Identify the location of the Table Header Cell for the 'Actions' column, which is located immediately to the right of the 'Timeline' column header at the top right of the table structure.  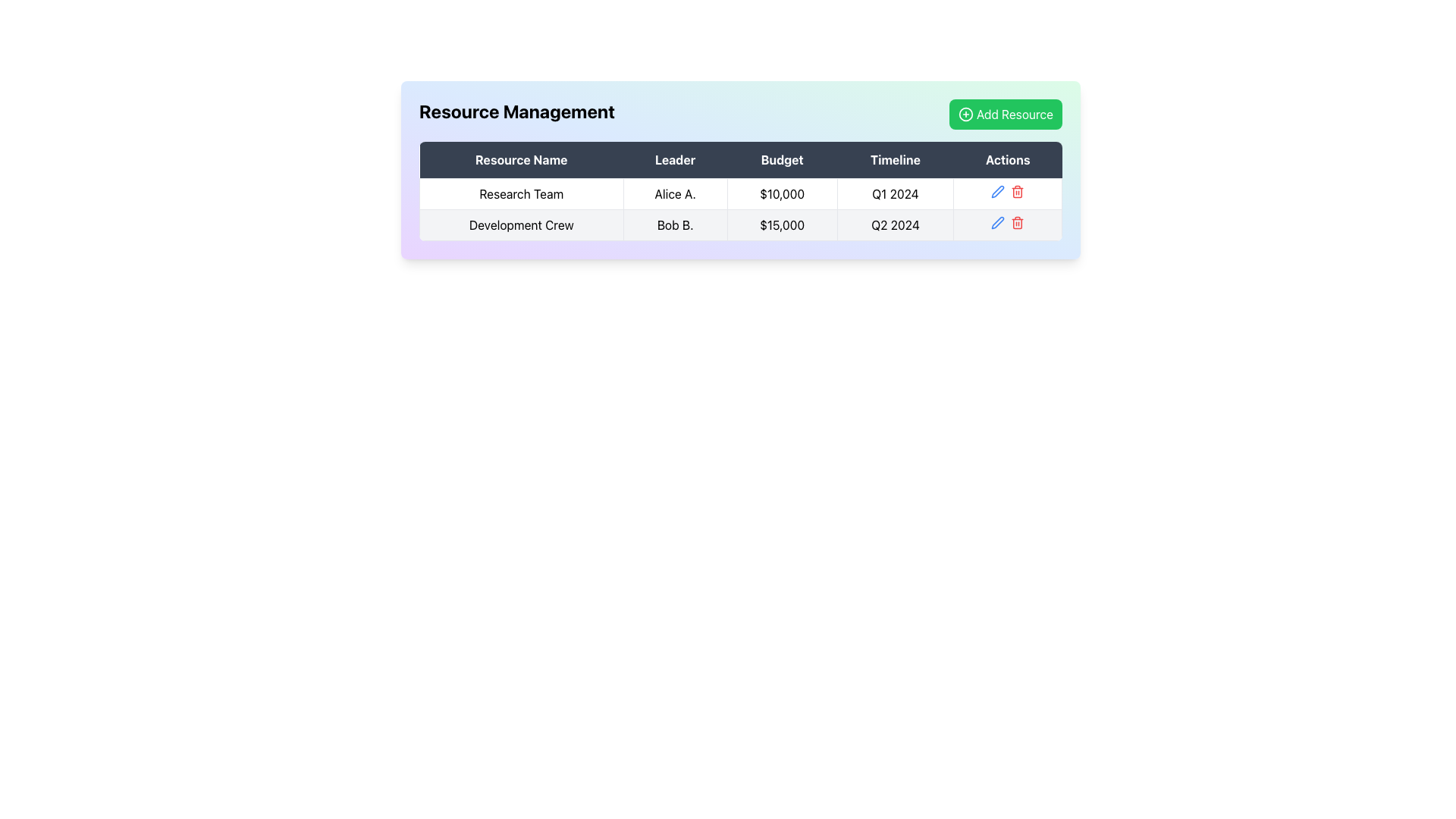
(1008, 160).